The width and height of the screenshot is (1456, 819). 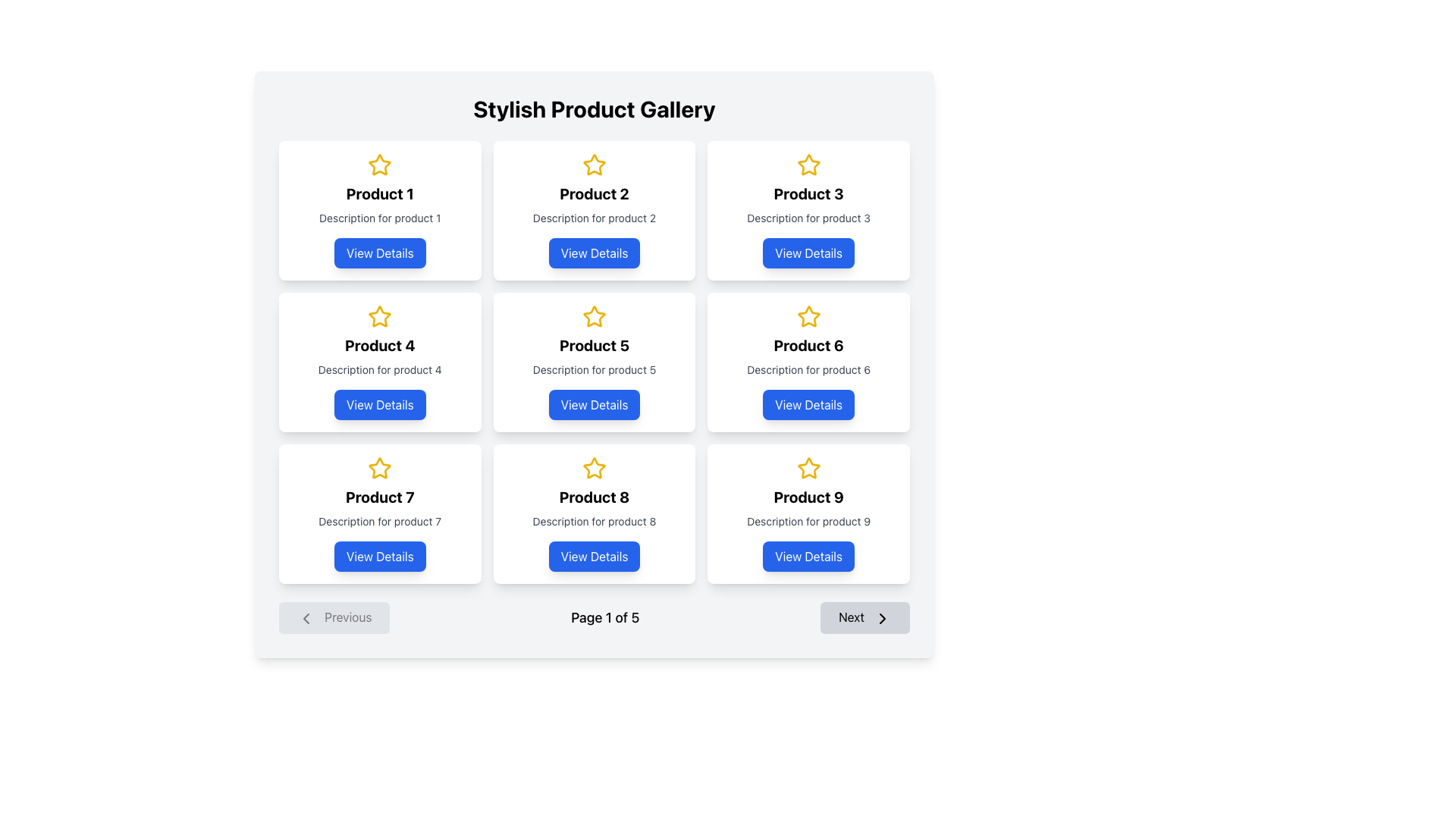 I want to click on the star icon with a yellow outline and a white center, which is located above the 'Product 3' card in the top-right corner of the product grid, so click(x=808, y=165).